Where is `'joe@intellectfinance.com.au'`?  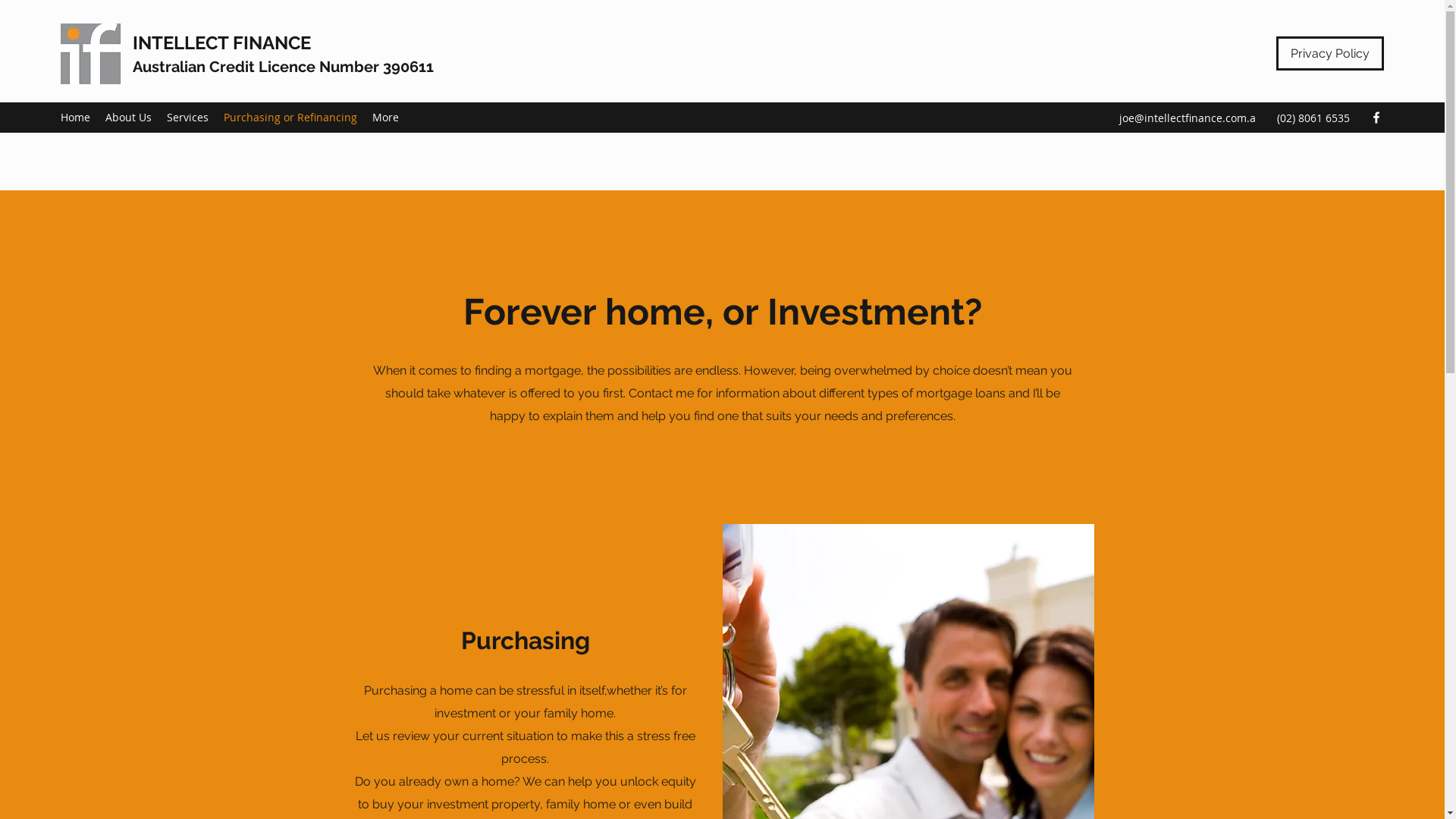 'joe@intellectfinance.com.au' is located at coordinates (1186, 127).